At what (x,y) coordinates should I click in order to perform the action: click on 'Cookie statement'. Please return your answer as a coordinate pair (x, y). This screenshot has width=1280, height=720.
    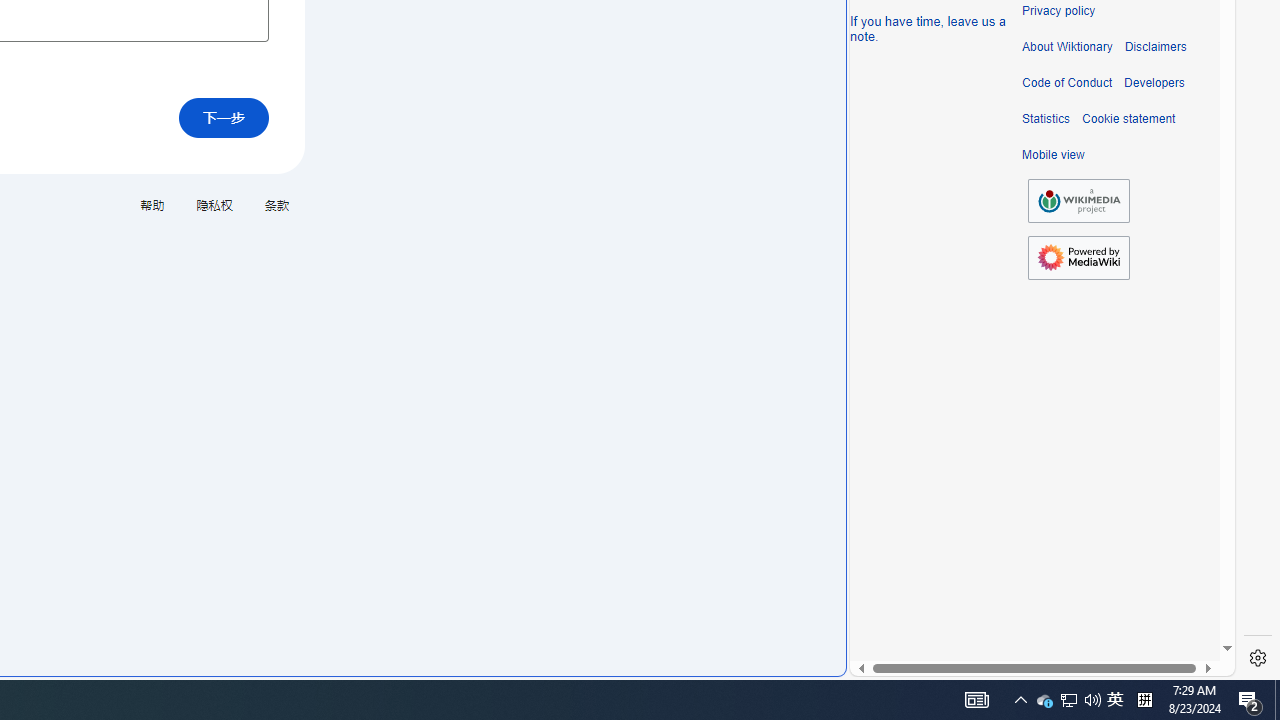
    Looking at the image, I should click on (1128, 119).